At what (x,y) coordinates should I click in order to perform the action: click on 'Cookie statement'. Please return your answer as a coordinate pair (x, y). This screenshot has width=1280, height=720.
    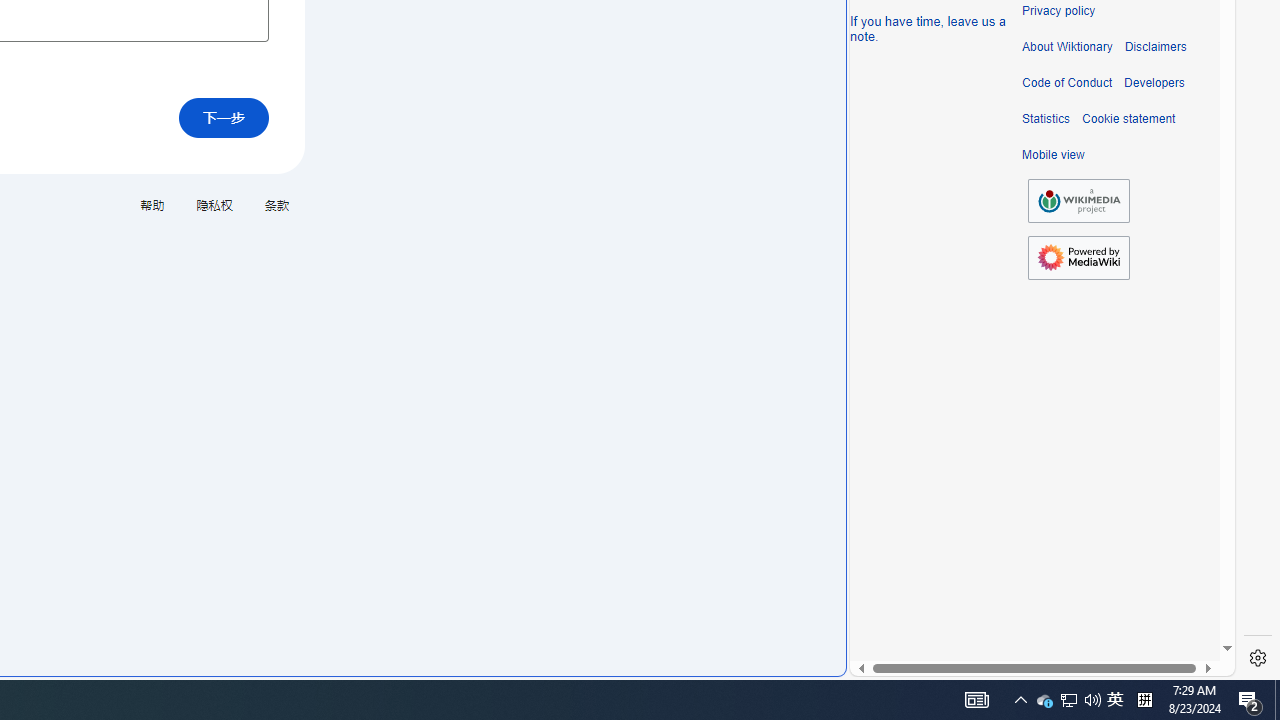
    Looking at the image, I should click on (1128, 119).